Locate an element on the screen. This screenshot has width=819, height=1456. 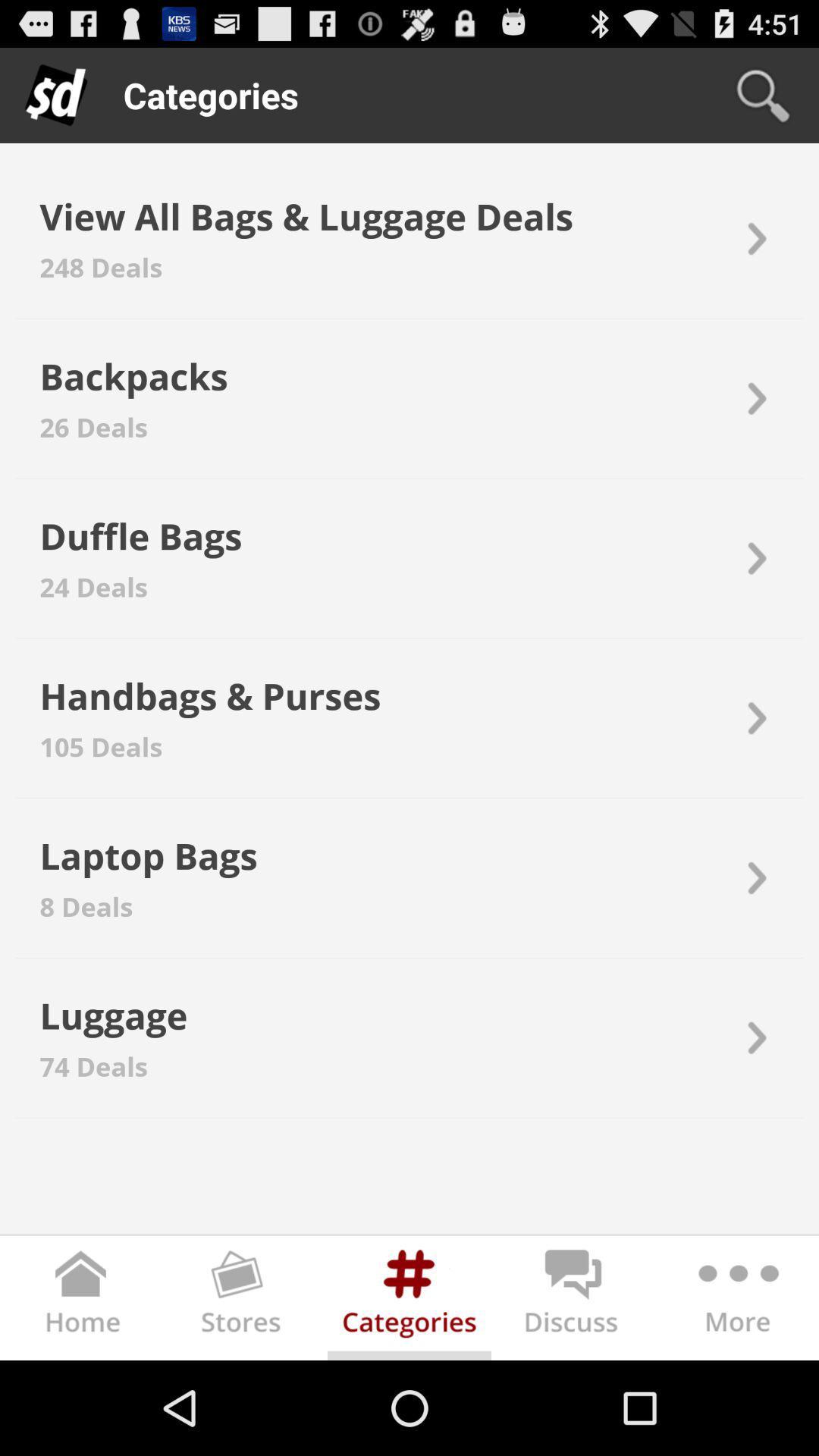
stores is located at coordinates (245, 1301).